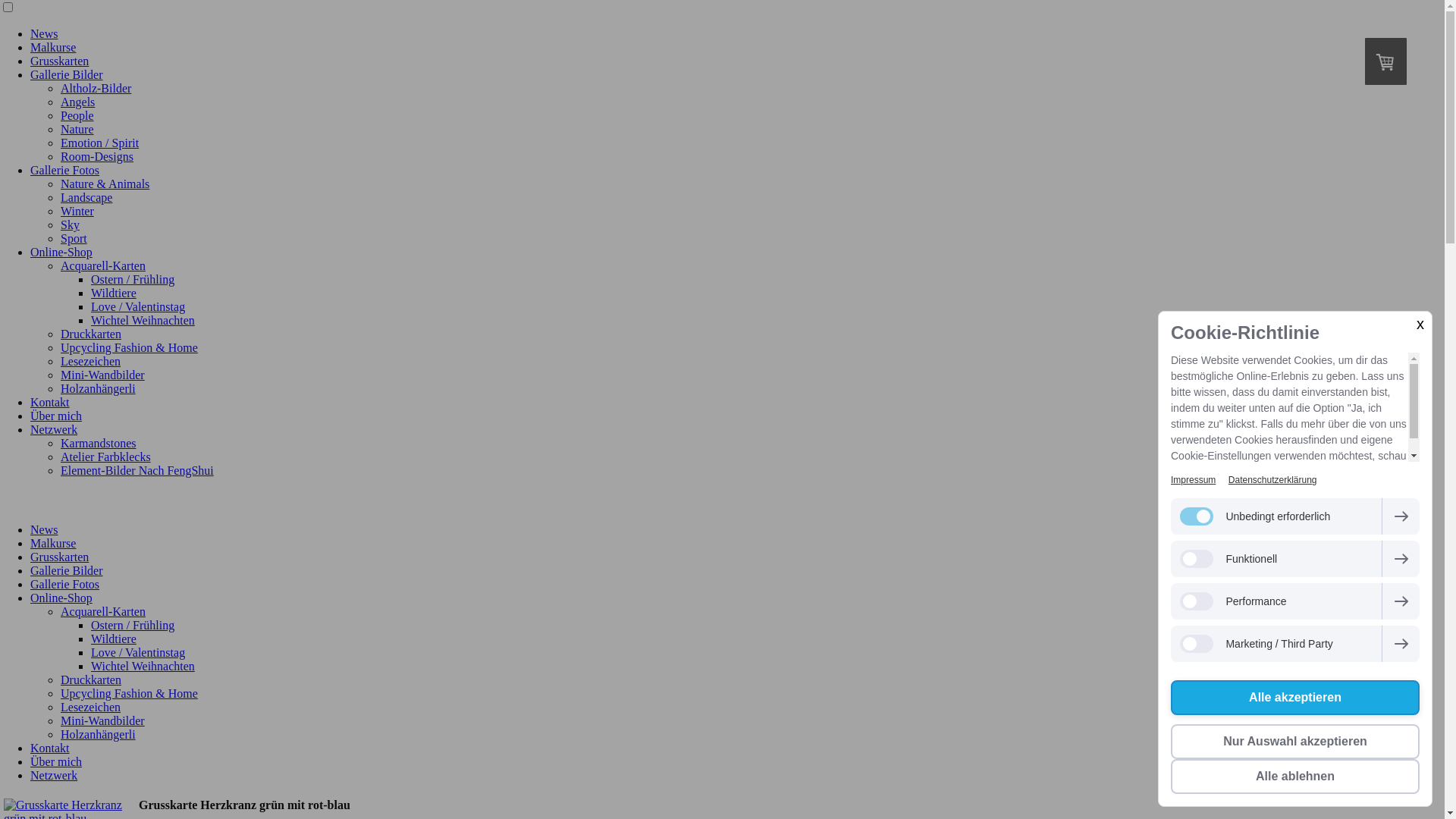  What do you see at coordinates (102, 375) in the screenshot?
I see `'Mini-Wandbilder'` at bounding box center [102, 375].